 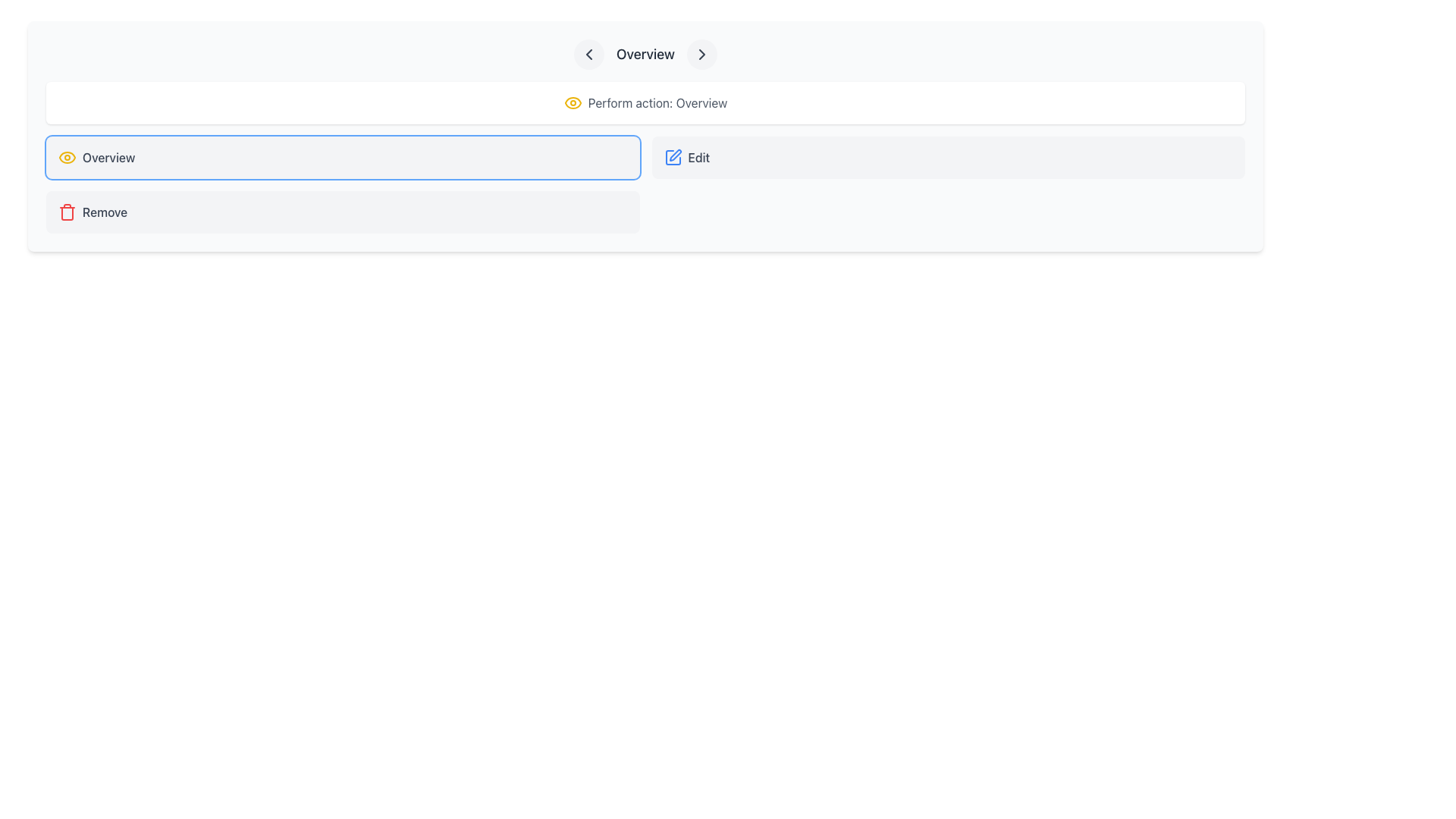 I want to click on the small circular button with a light gray background and a right-pointing arrow icon, located to the right of the 'Overview' text label, so click(x=701, y=54).